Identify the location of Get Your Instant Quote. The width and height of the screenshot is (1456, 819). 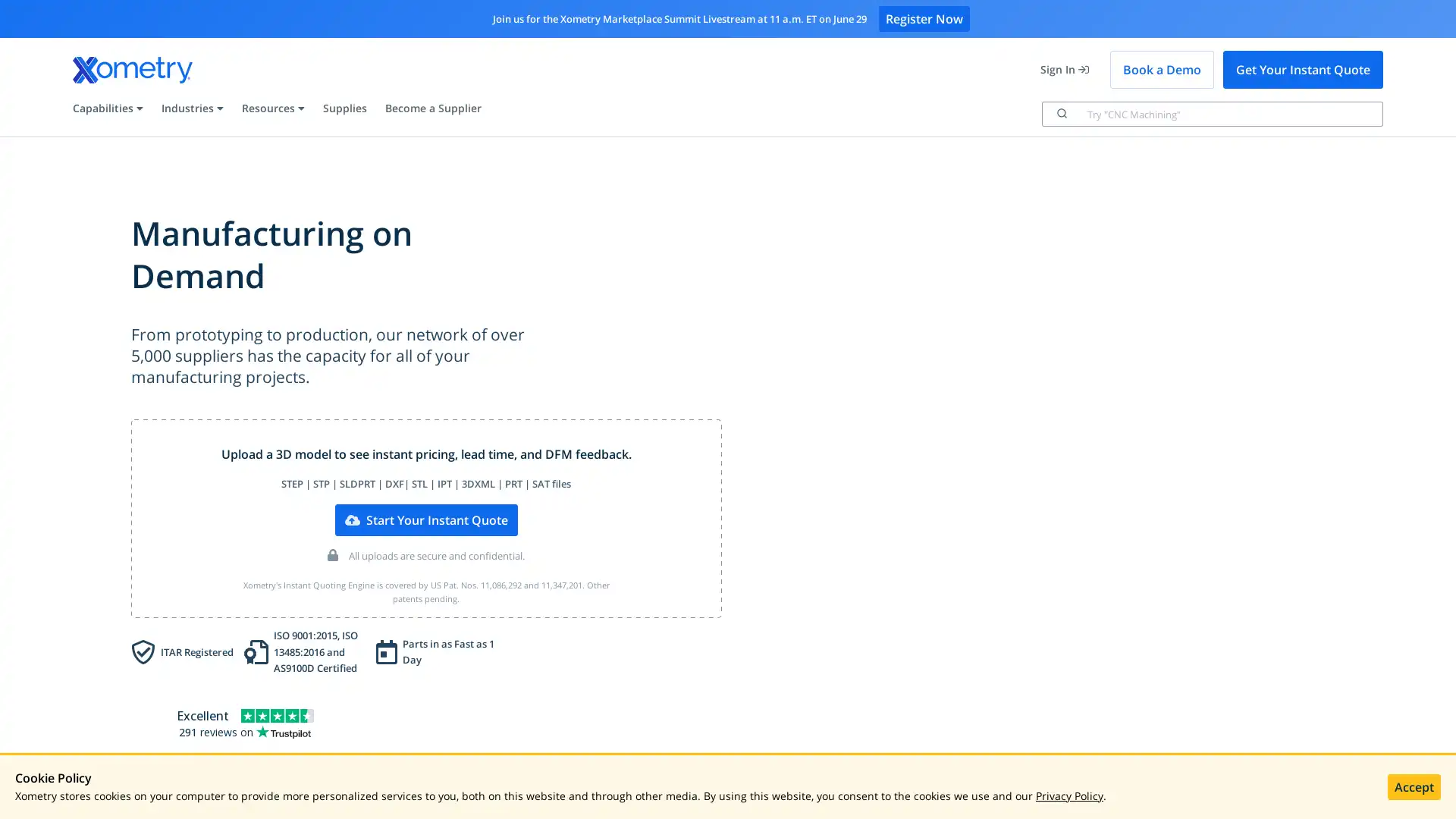
(1302, 70).